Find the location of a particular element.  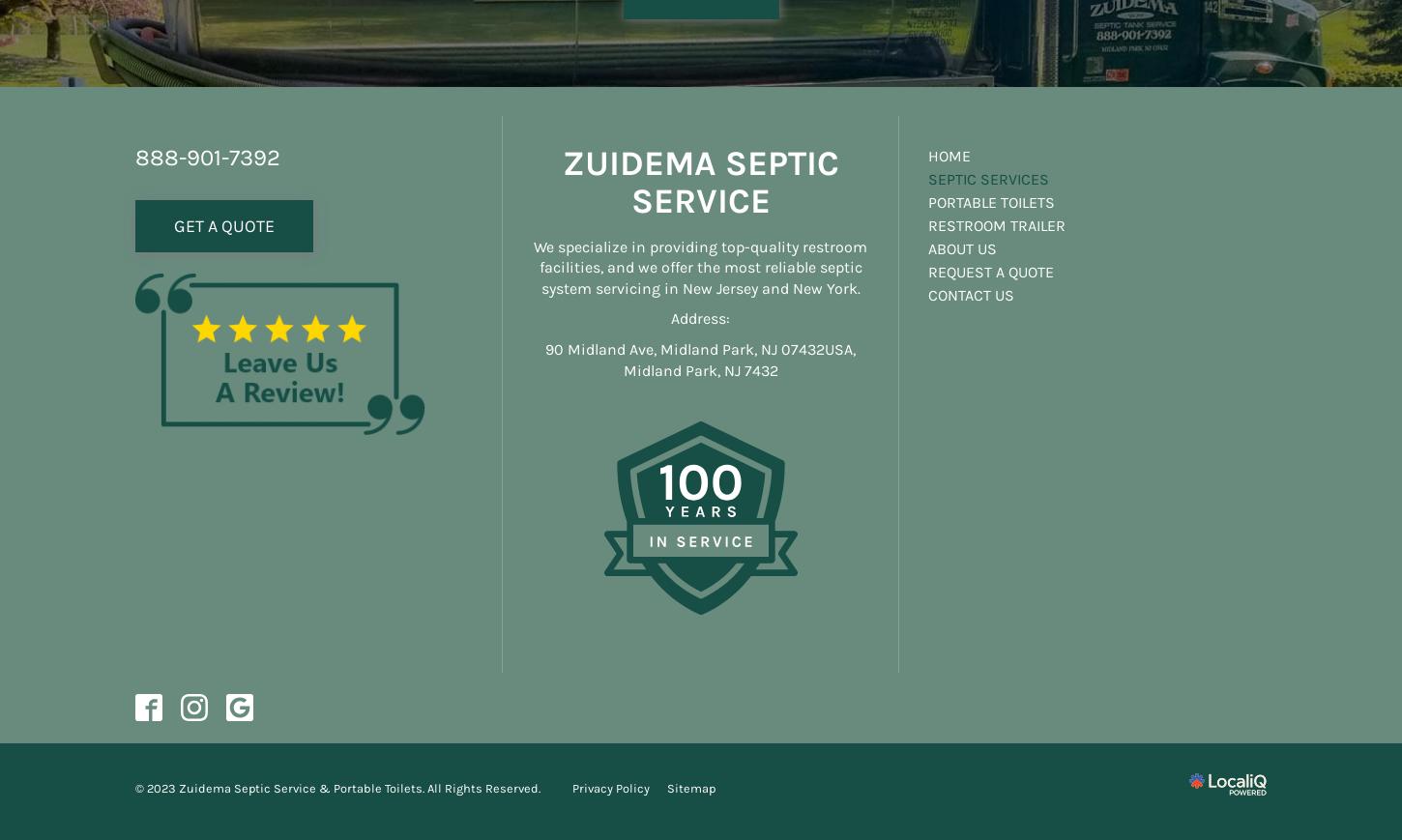

'Request a Quote' is located at coordinates (991, 270).